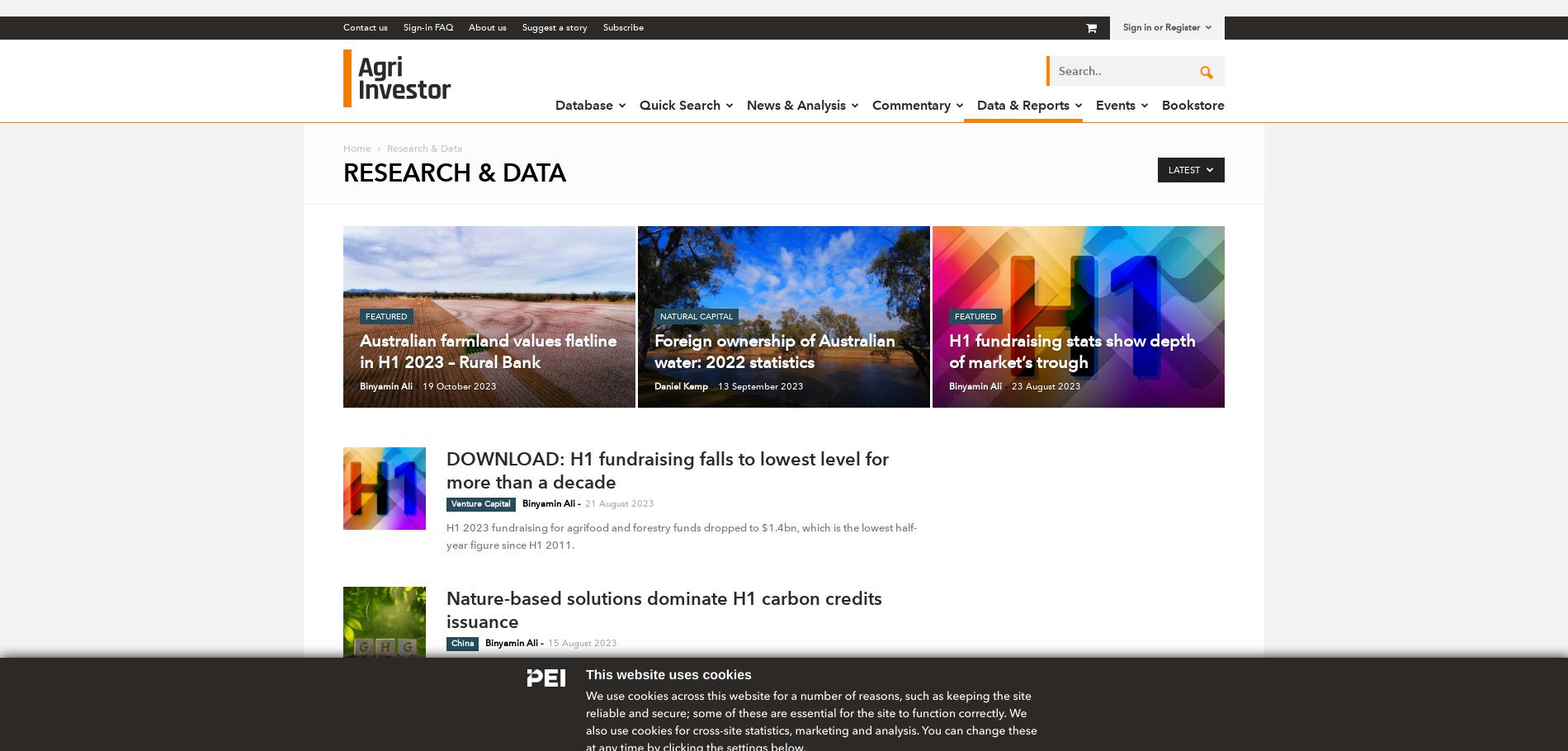 The image size is (1568, 751). What do you see at coordinates (428, 26) in the screenshot?
I see `'Sign-in FAQ'` at bounding box center [428, 26].